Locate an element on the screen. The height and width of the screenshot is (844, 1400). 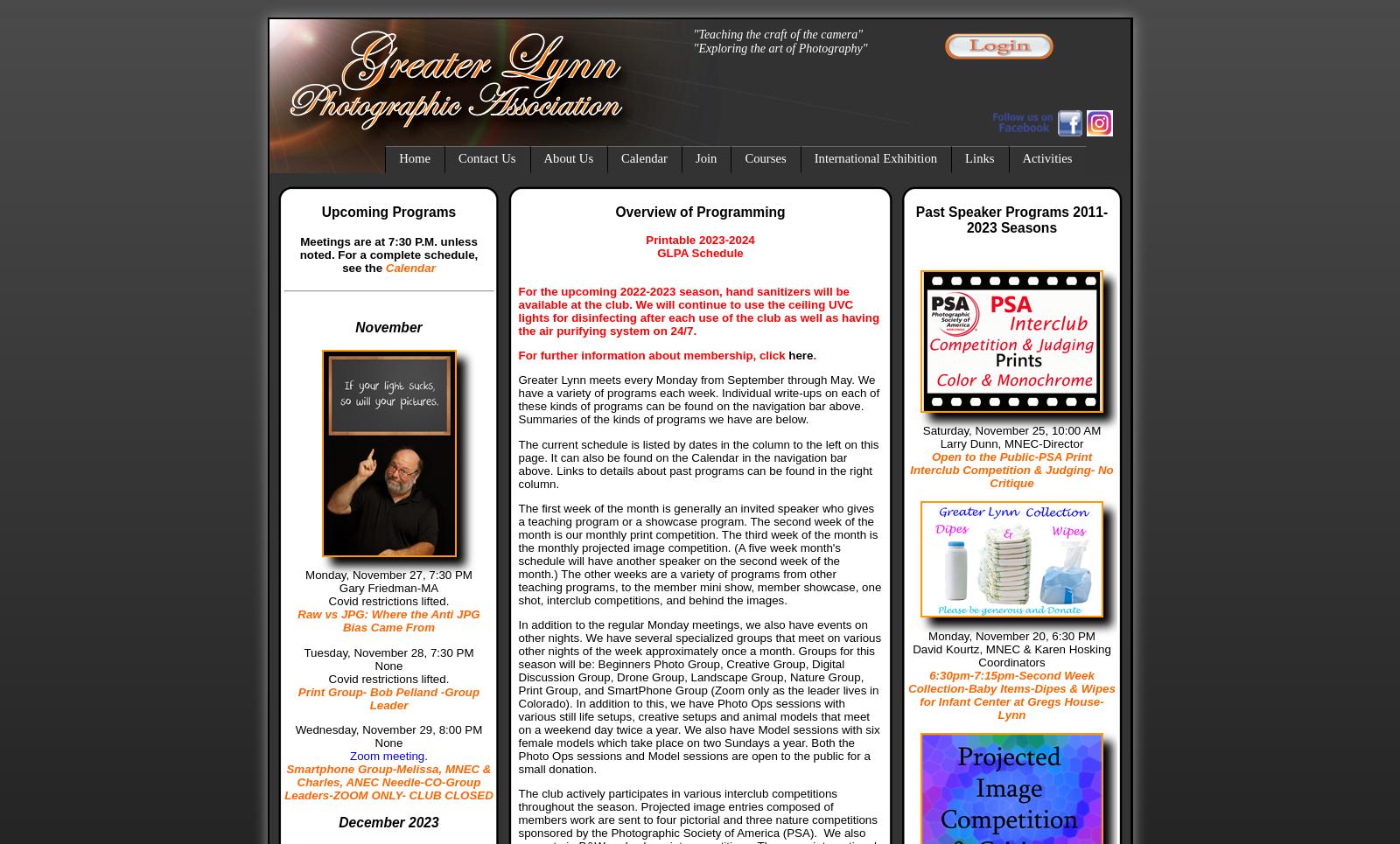
'The first week of the month is generally an invited speaker who gives a teaching program or a showcase program.  The second  week of the month is our monthly print competition.  The third  week of the month is the monthly projected image competition.  (A five week month's schedule will have another speaker on the second week of the month.) The other weeks are a variety of programs from other teaching programs, to the member mini show, member showcase, one shot, interclub competitions, and behind the images.' is located at coordinates (517, 554).